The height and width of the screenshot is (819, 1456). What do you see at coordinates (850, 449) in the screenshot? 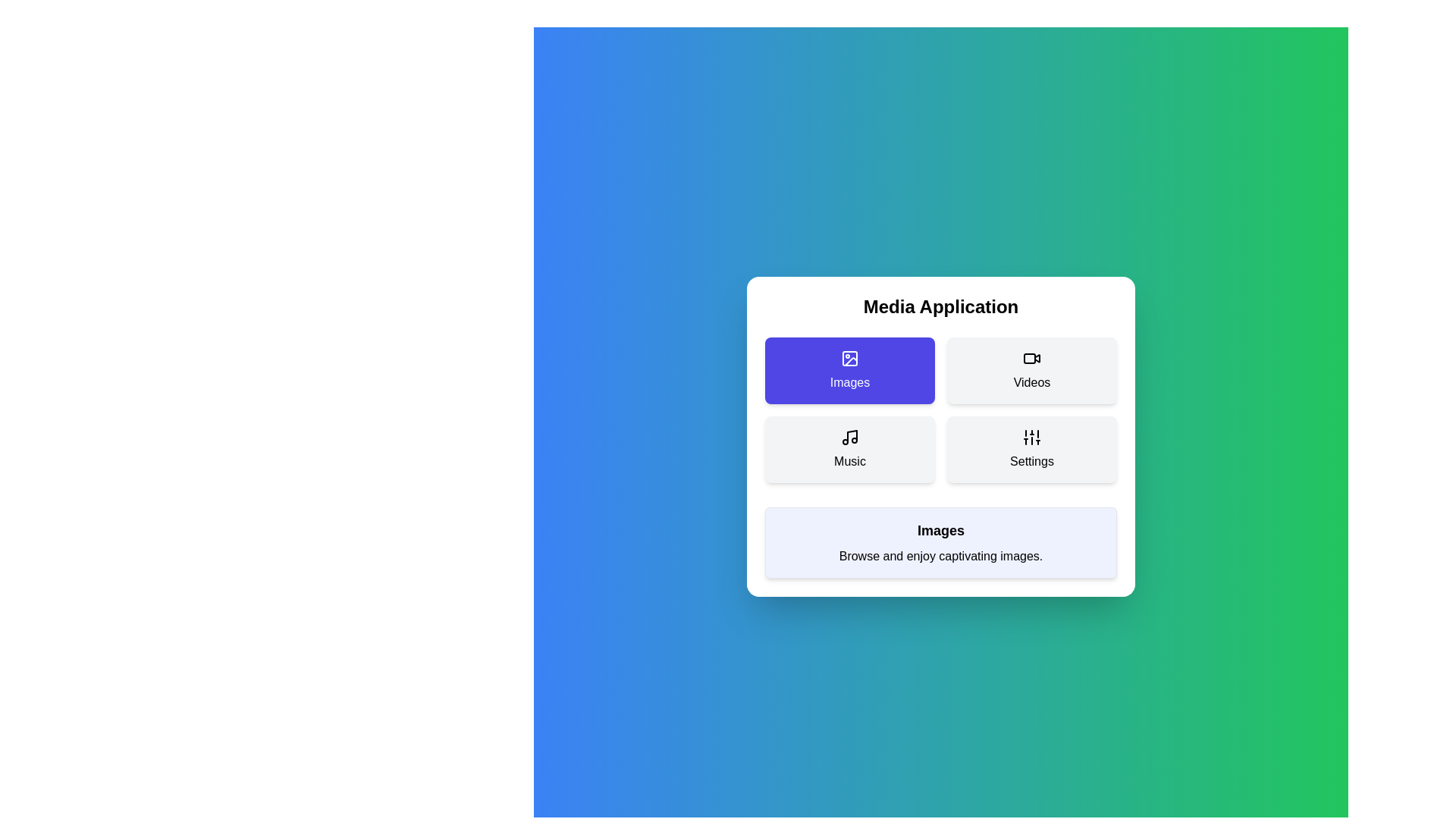
I see `the button corresponding to the menu item Music` at bounding box center [850, 449].